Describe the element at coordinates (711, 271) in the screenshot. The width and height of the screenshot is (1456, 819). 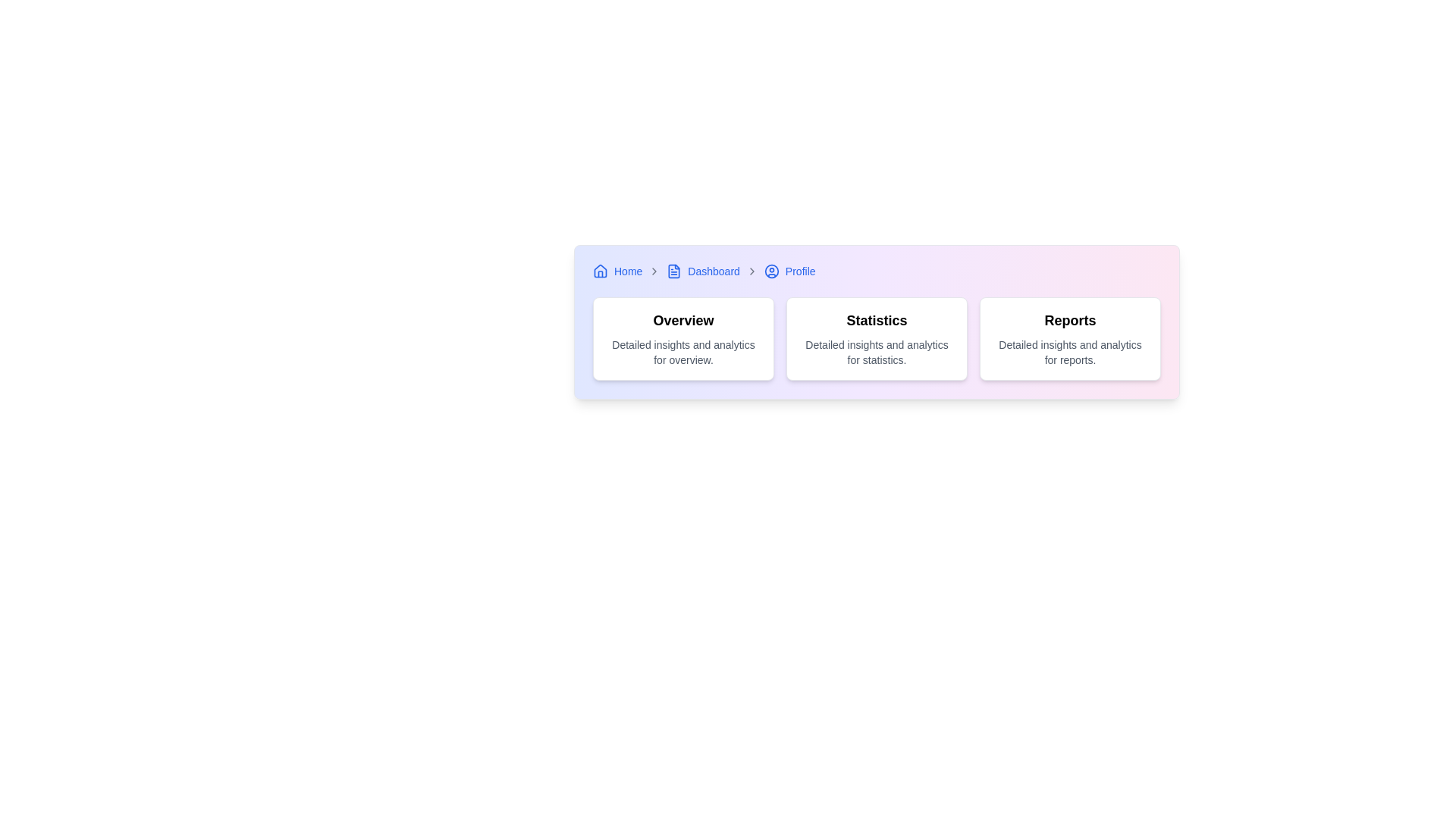
I see `the 'Dashboard' breadcrumb navigation item` at that location.